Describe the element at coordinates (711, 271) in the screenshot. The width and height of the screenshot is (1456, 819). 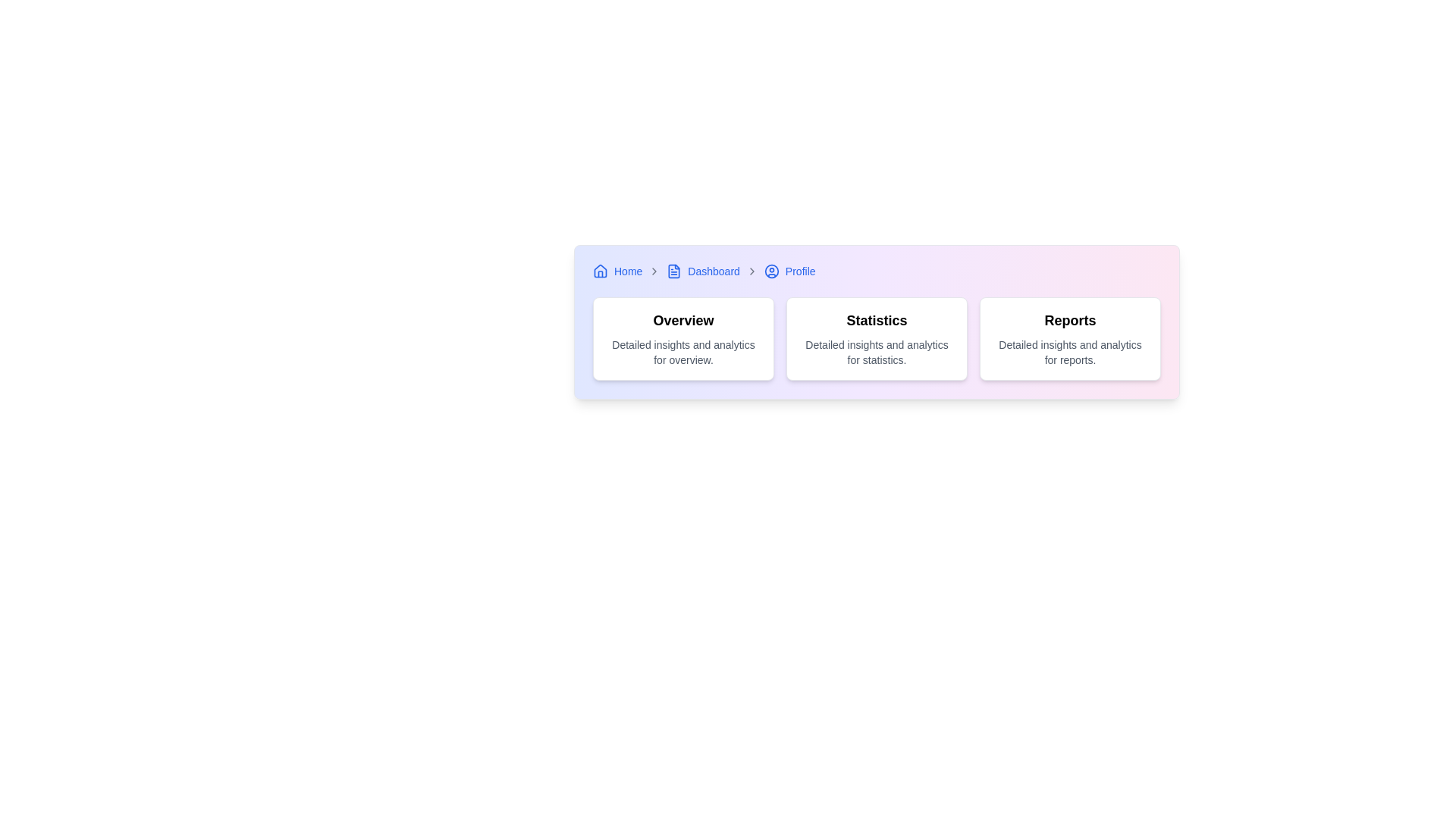
I see `the 'Dashboard' breadcrumb navigation item` at that location.